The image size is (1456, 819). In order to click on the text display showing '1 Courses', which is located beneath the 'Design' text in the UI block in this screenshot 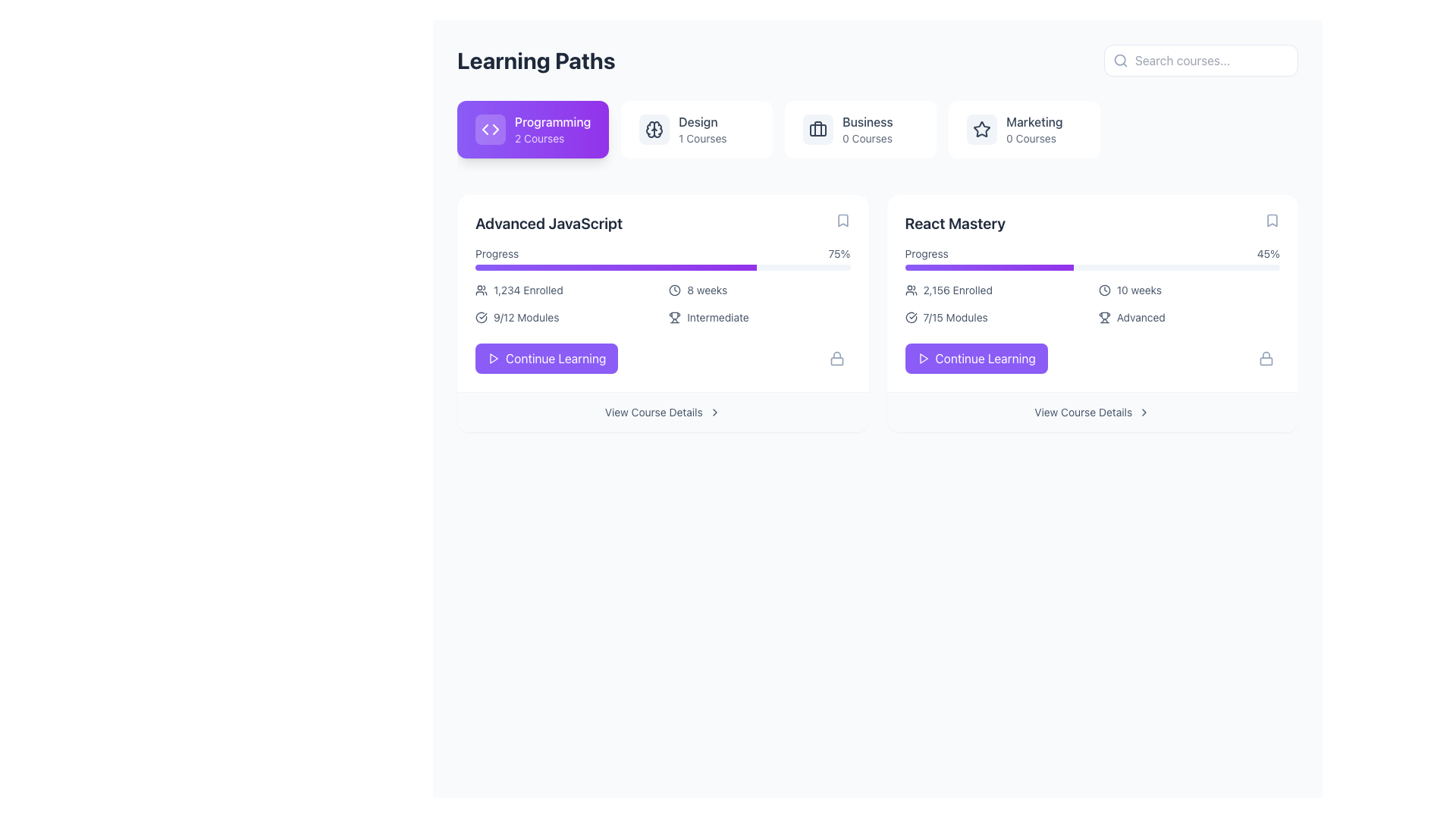, I will do `click(701, 138)`.